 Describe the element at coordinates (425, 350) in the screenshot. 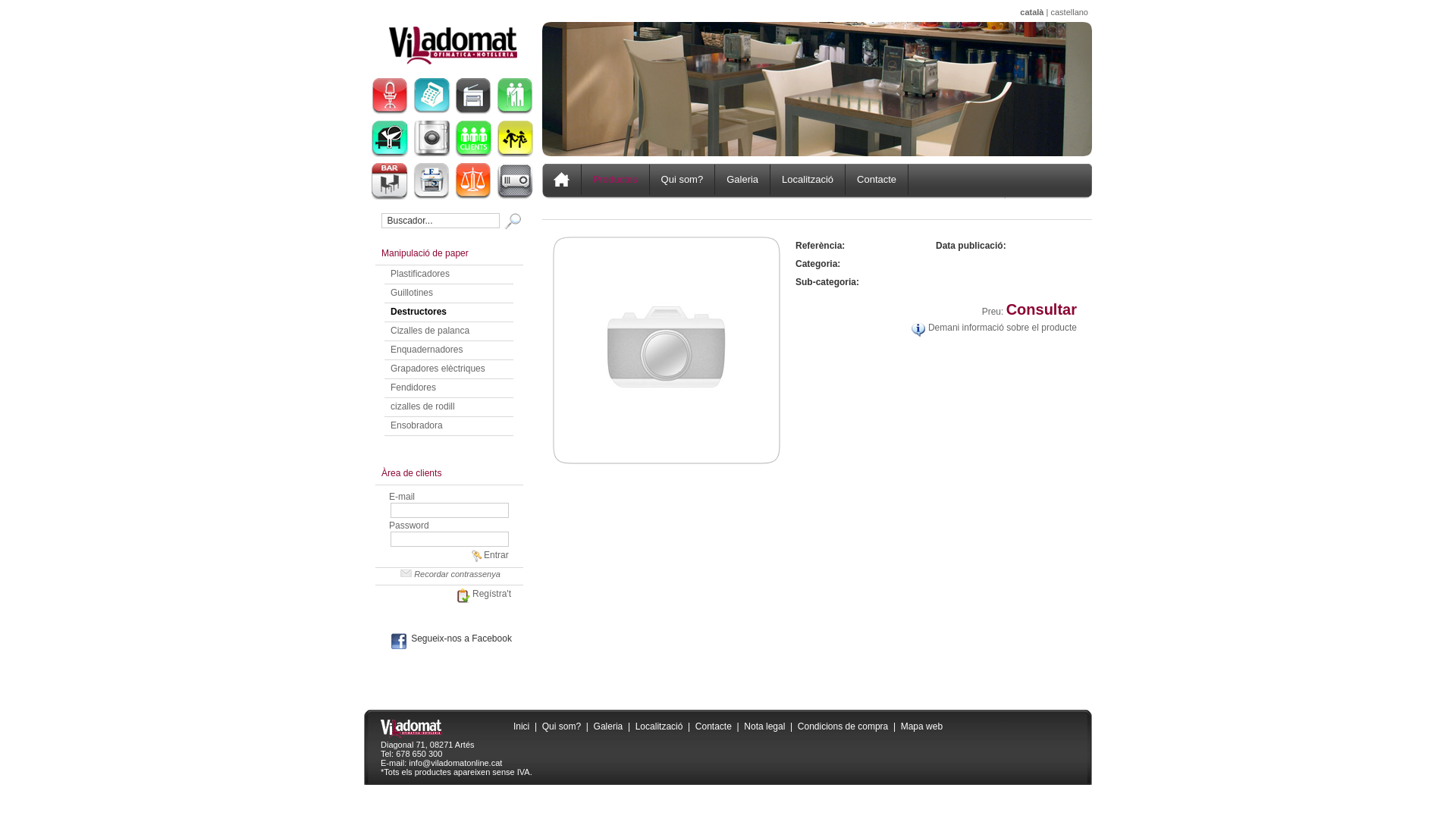

I see `'Enquadernadores'` at that location.